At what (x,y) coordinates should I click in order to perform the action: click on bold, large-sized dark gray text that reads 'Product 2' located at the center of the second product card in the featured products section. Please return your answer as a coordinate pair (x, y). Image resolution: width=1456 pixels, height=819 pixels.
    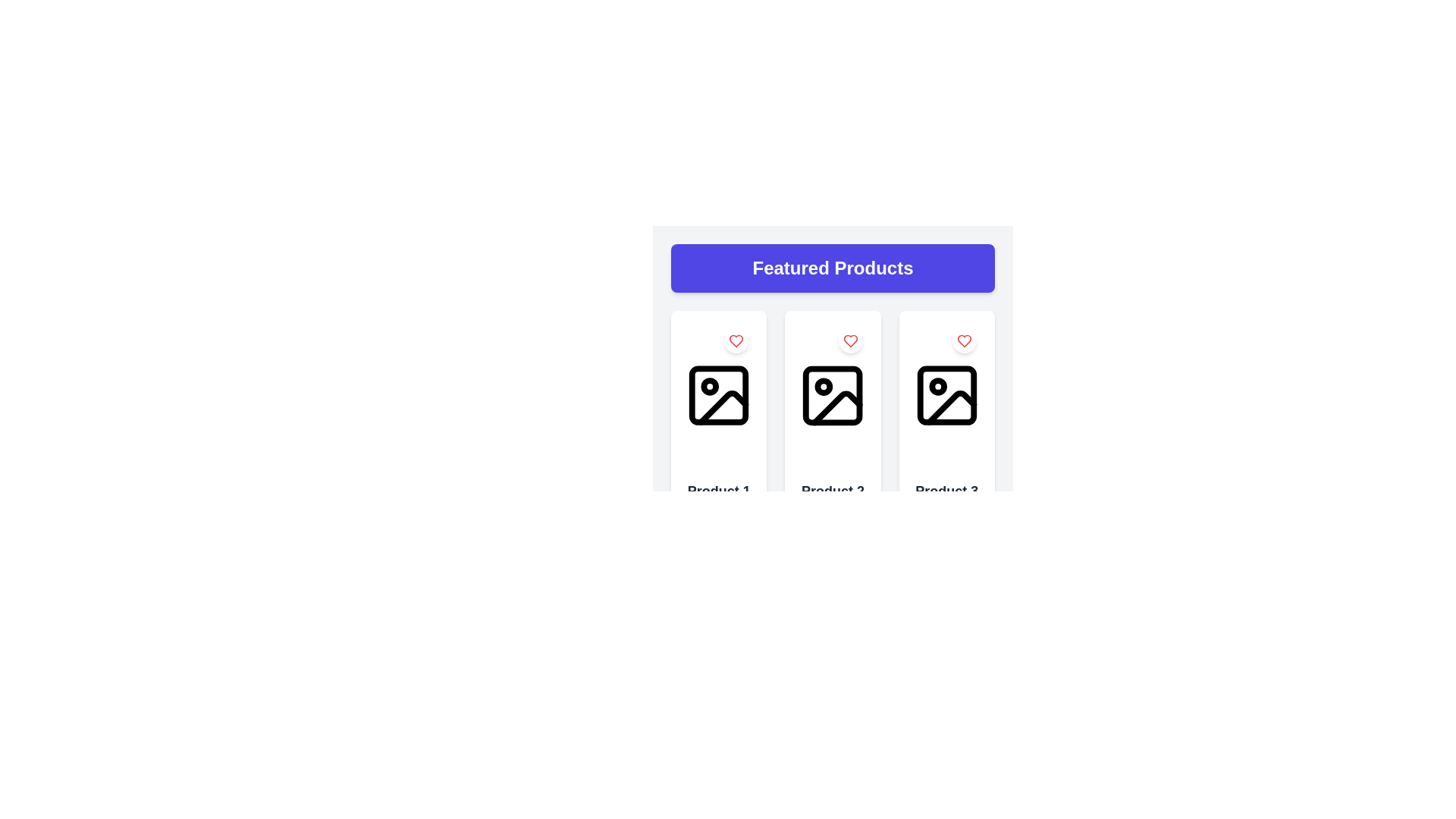
    Looking at the image, I should click on (832, 491).